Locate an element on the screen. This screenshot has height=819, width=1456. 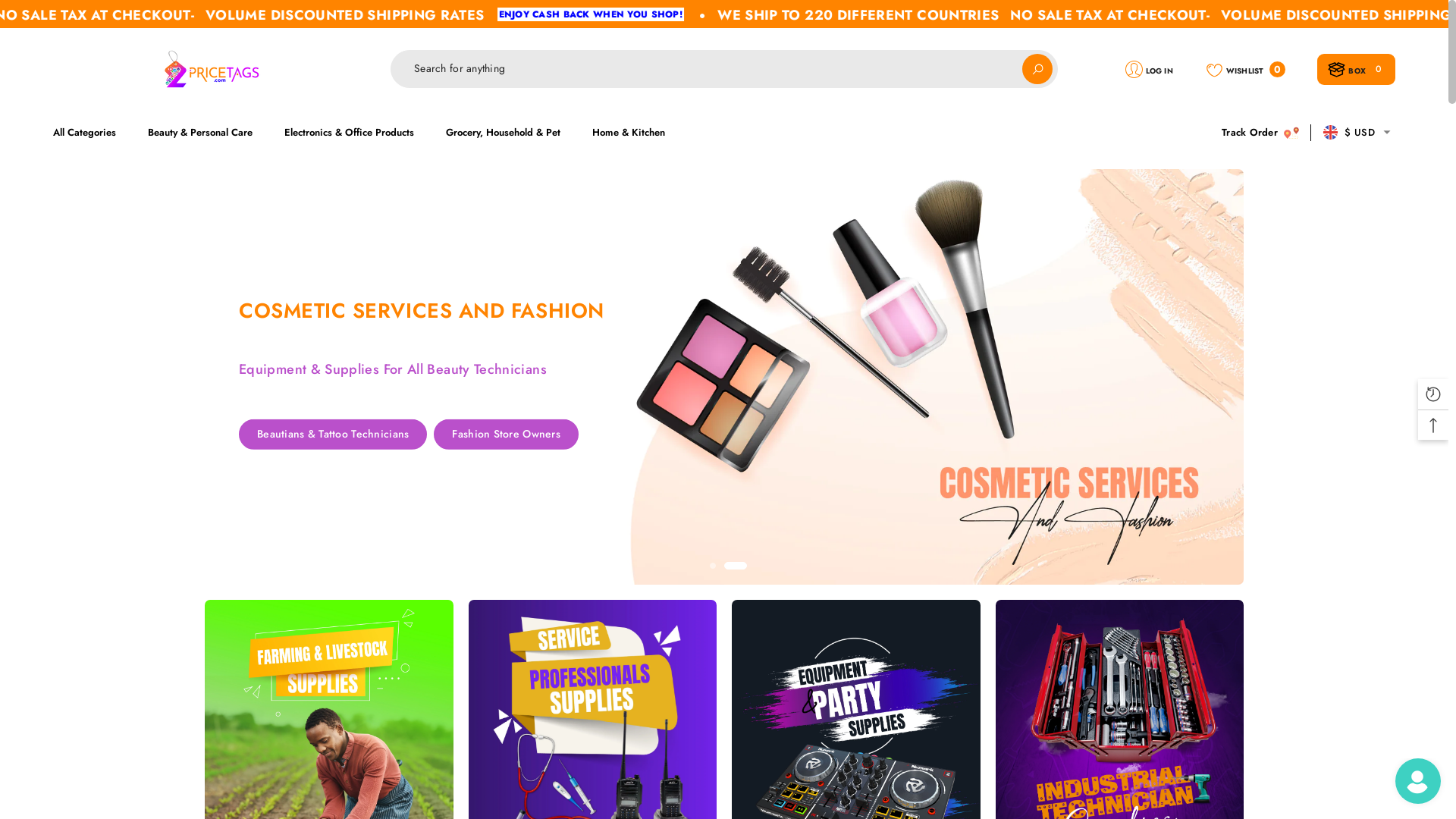
'Track Order' is located at coordinates (1260, 131).